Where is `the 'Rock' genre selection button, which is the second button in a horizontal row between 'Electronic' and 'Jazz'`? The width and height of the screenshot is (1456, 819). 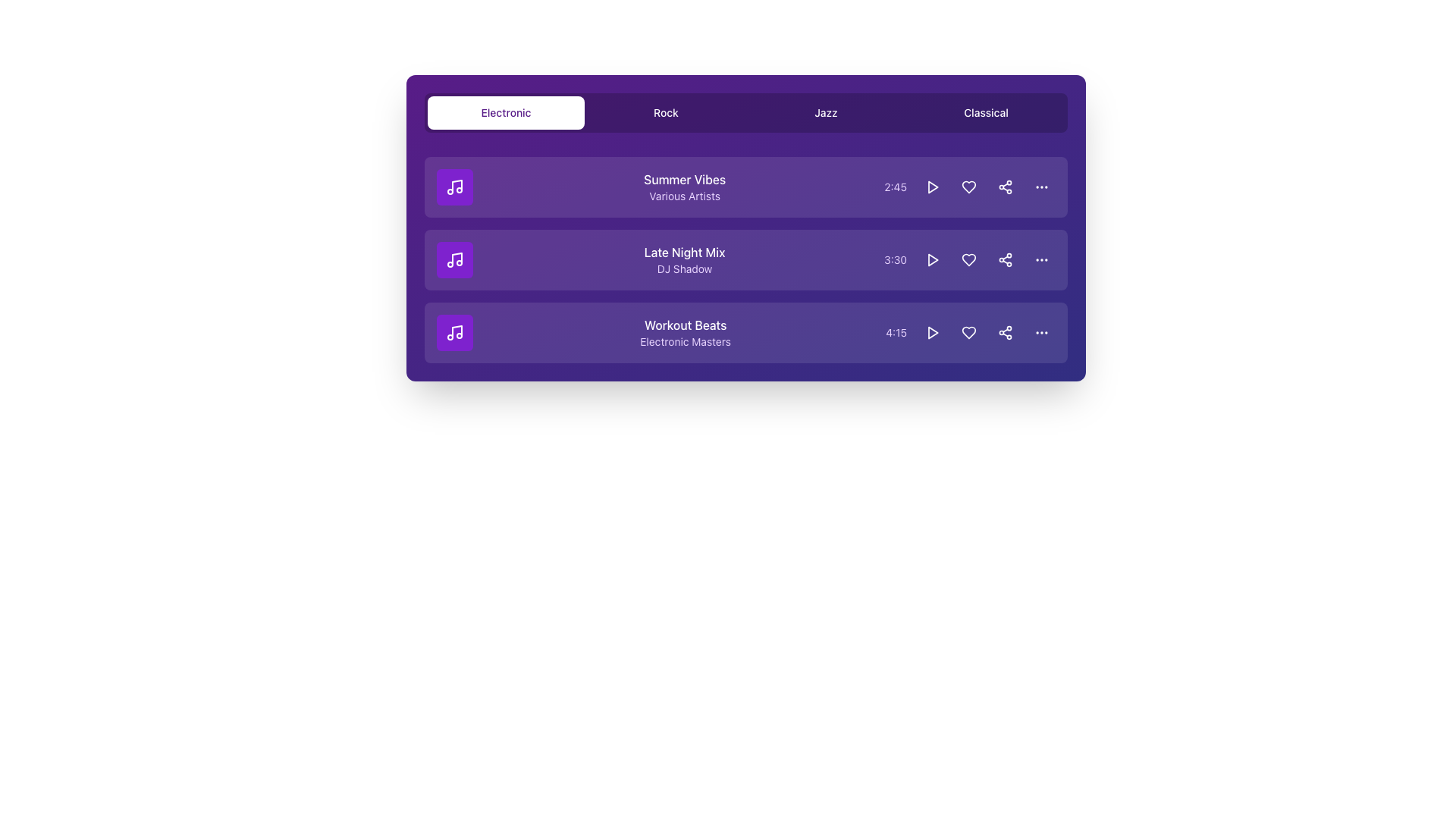
the 'Rock' genre selection button, which is the second button in a horizontal row between 'Electronic' and 'Jazz' is located at coordinates (666, 112).